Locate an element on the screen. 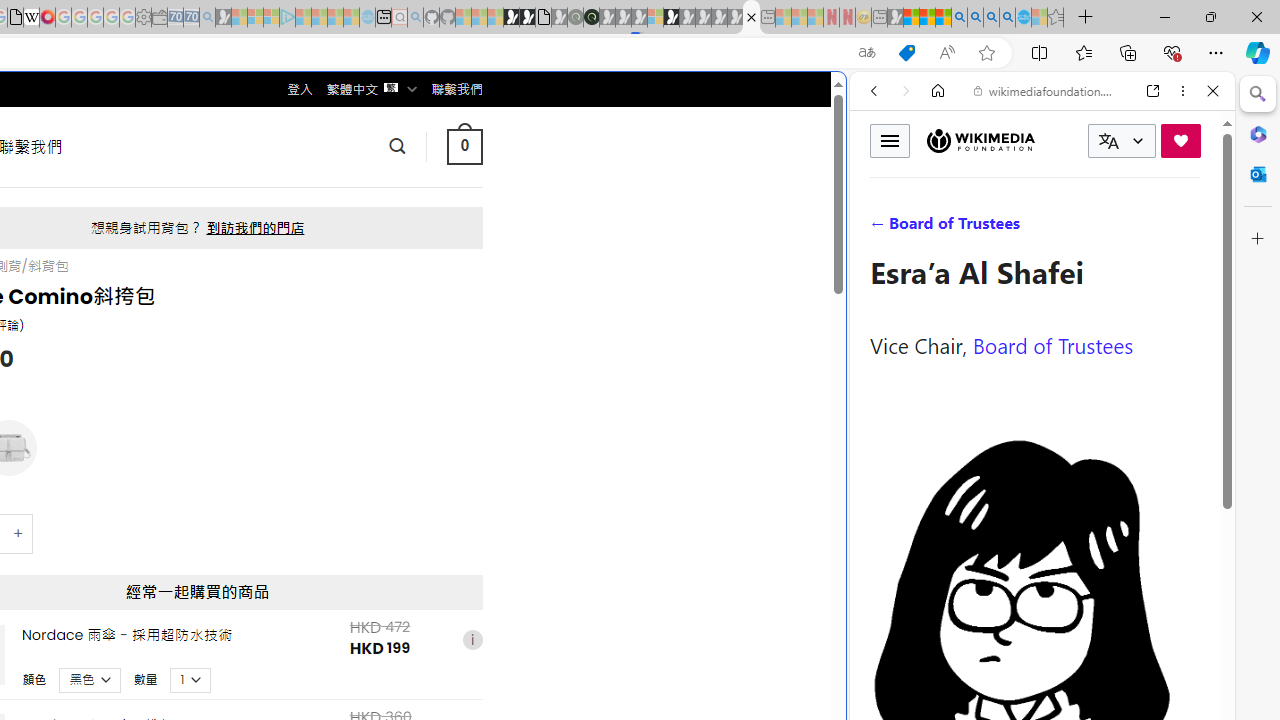 This screenshot has height=720, width=1280. 'Open link in new tab' is located at coordinates (1153, 91).